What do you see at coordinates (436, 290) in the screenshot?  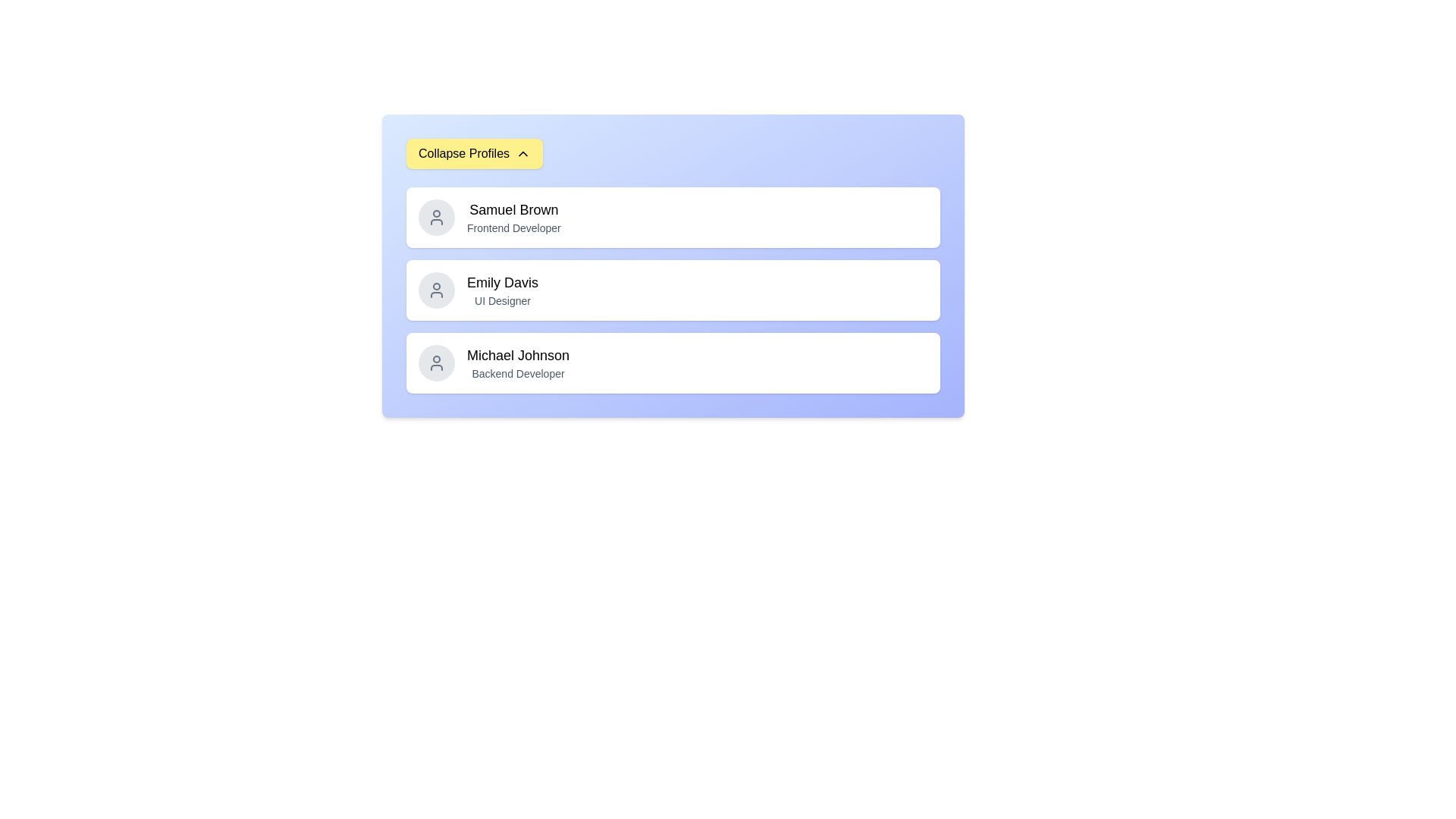 I see `the profile image placeholder icon for Emily Davis` at bounding box center [436, 290].